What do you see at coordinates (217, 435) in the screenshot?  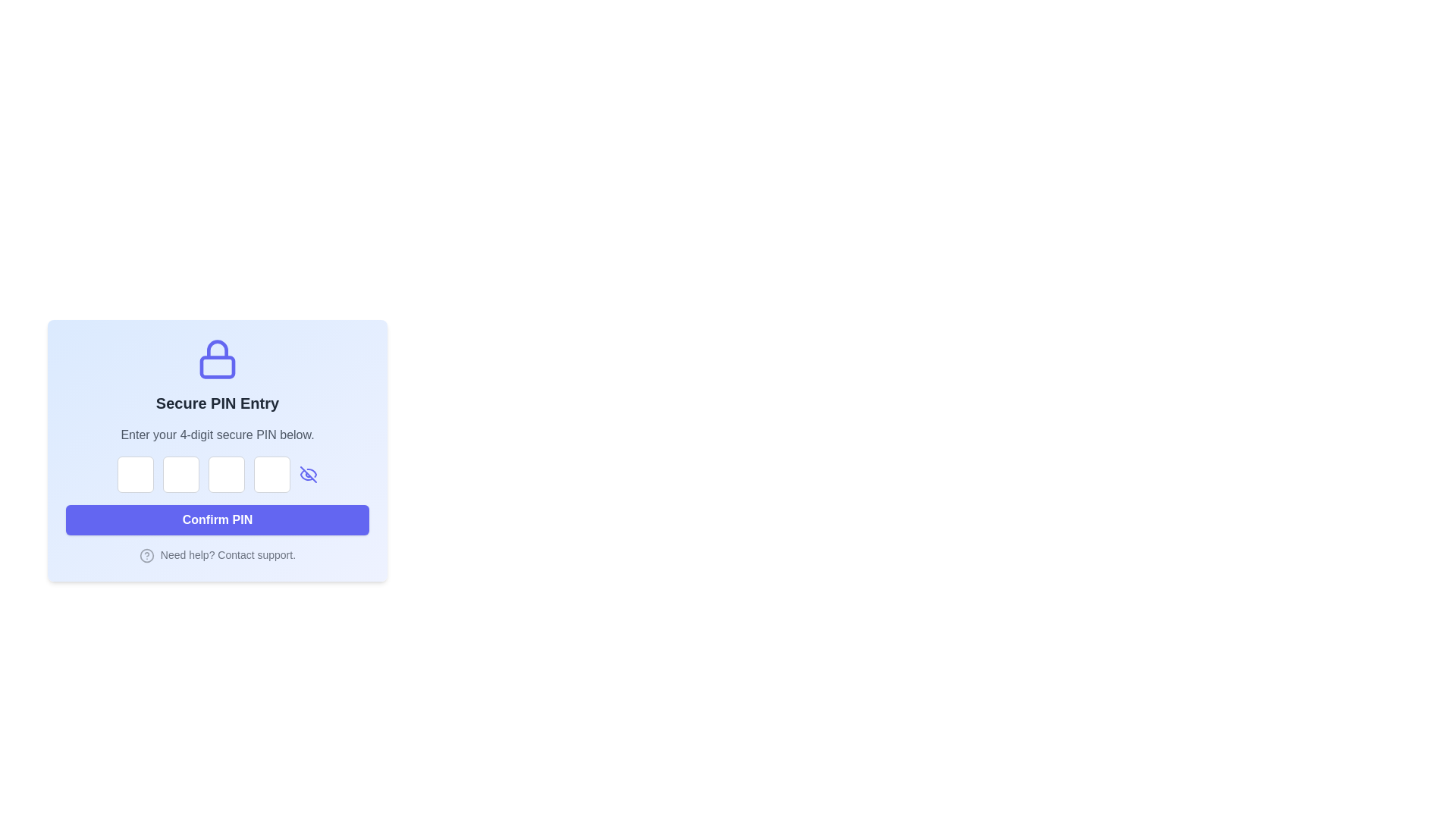 I see `the static text that provides guidance for entering a secure 4-digit PIN, located beneath the 'Secure PIN Entry' header and above the PIN input fields` at bounding box center [217, 435].